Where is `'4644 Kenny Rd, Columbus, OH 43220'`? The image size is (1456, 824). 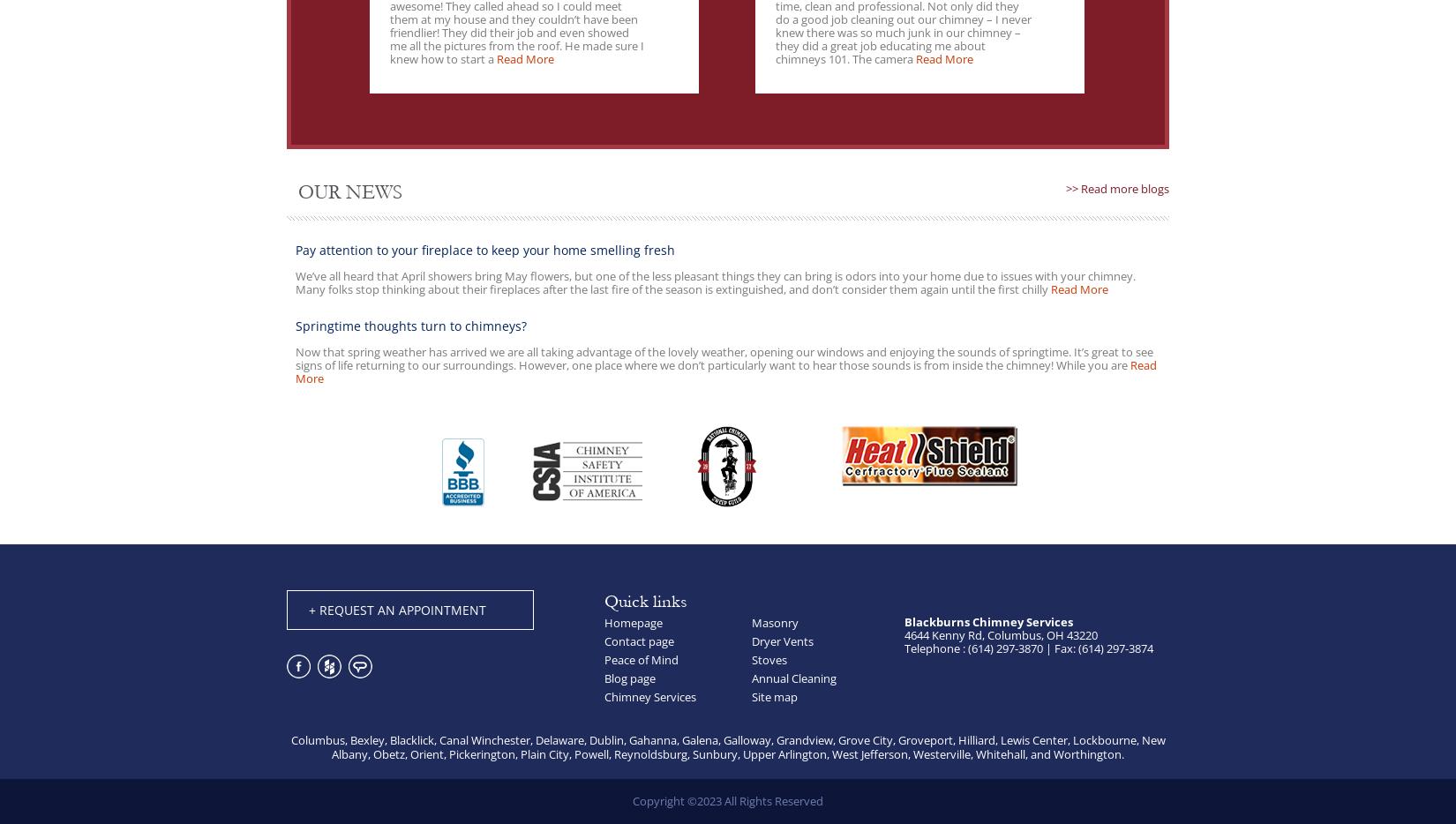
'4644 Kenny Rd, Columbus, OH 43220' is located at coordinates (1001, 635).